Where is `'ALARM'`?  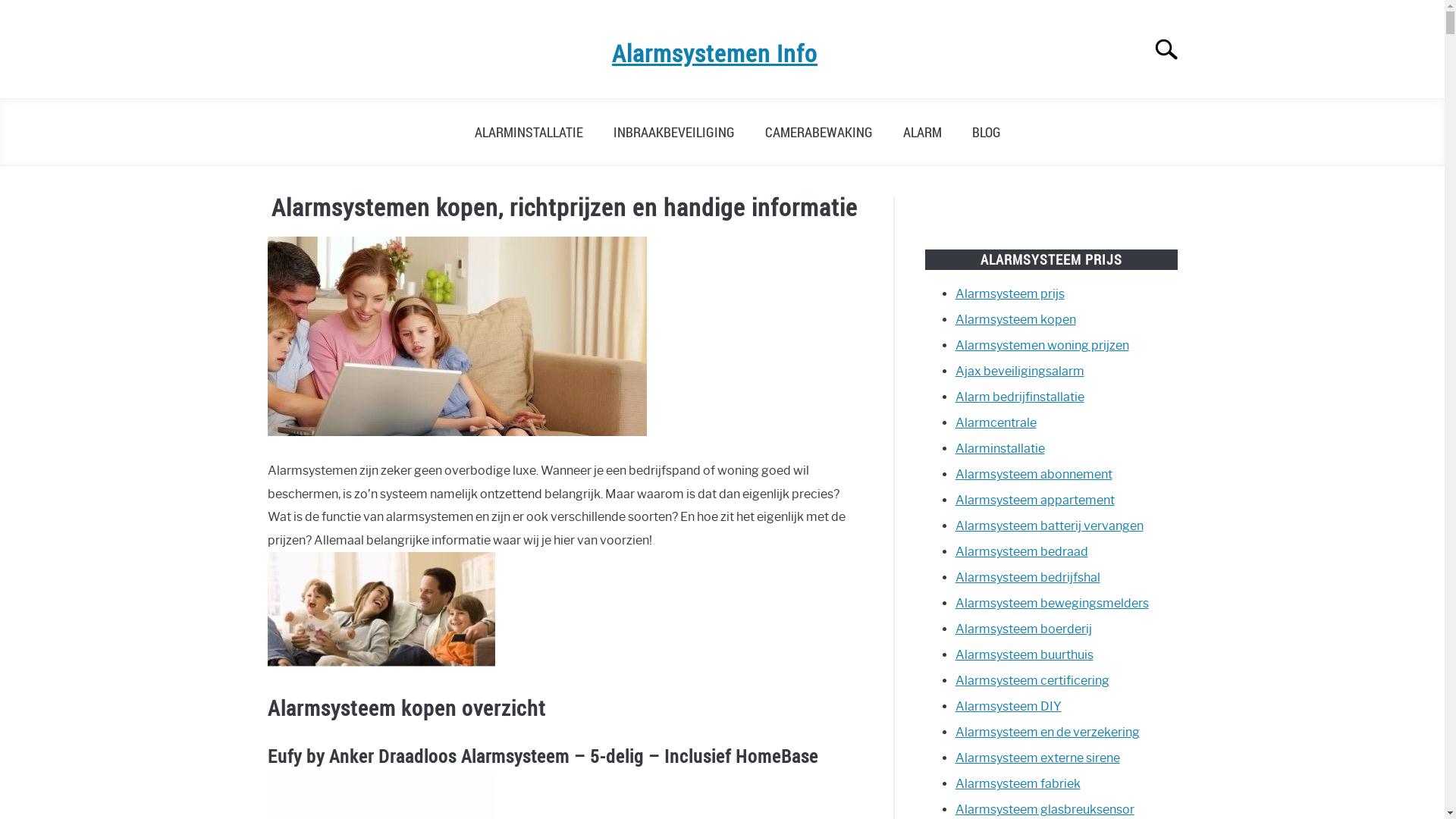 'ALARM' is located at coordinates (921, 131).